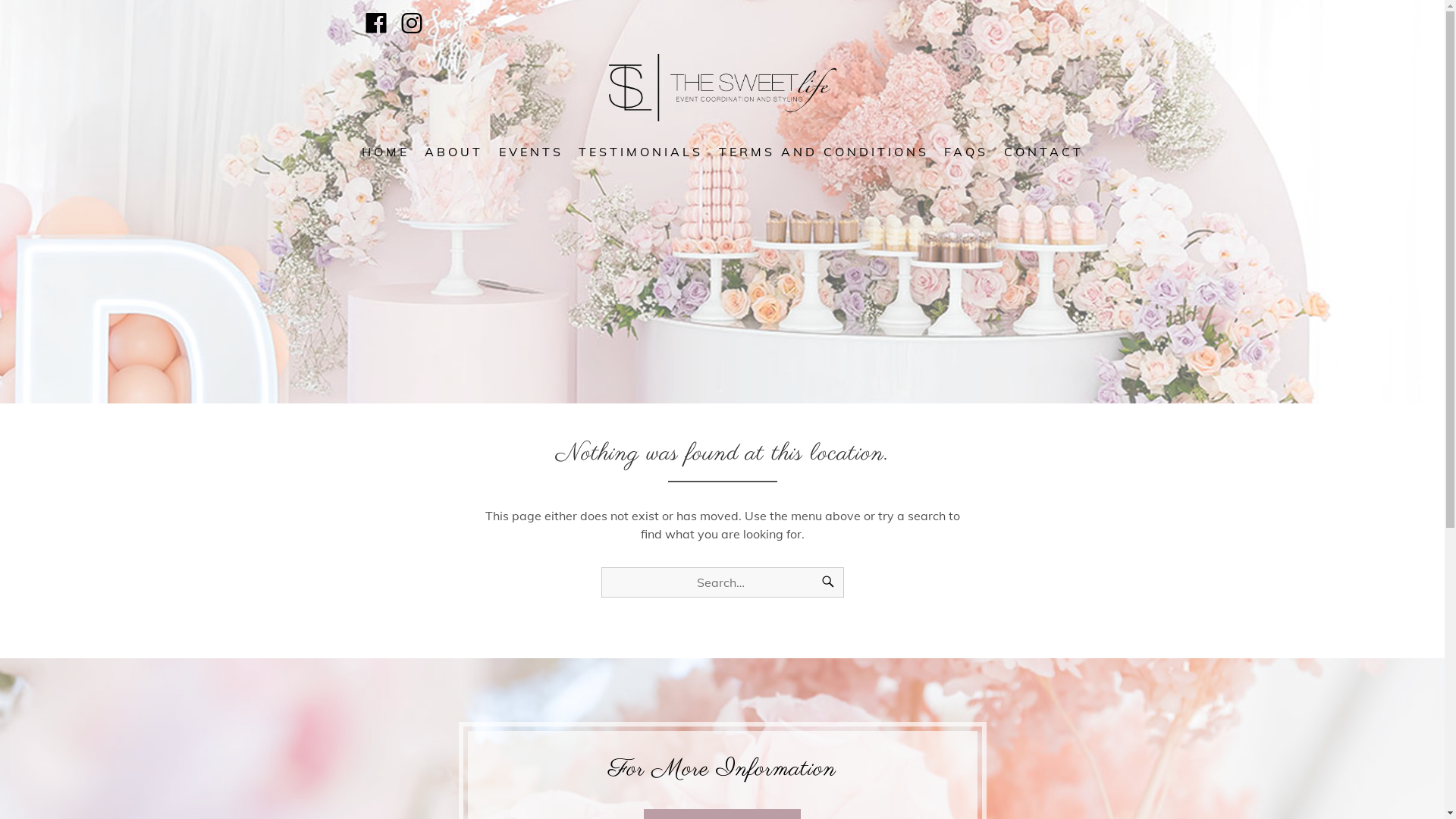  Describe the element at coordinates (965, 152) in the screenshot. I see `'FAQS'` at that location.